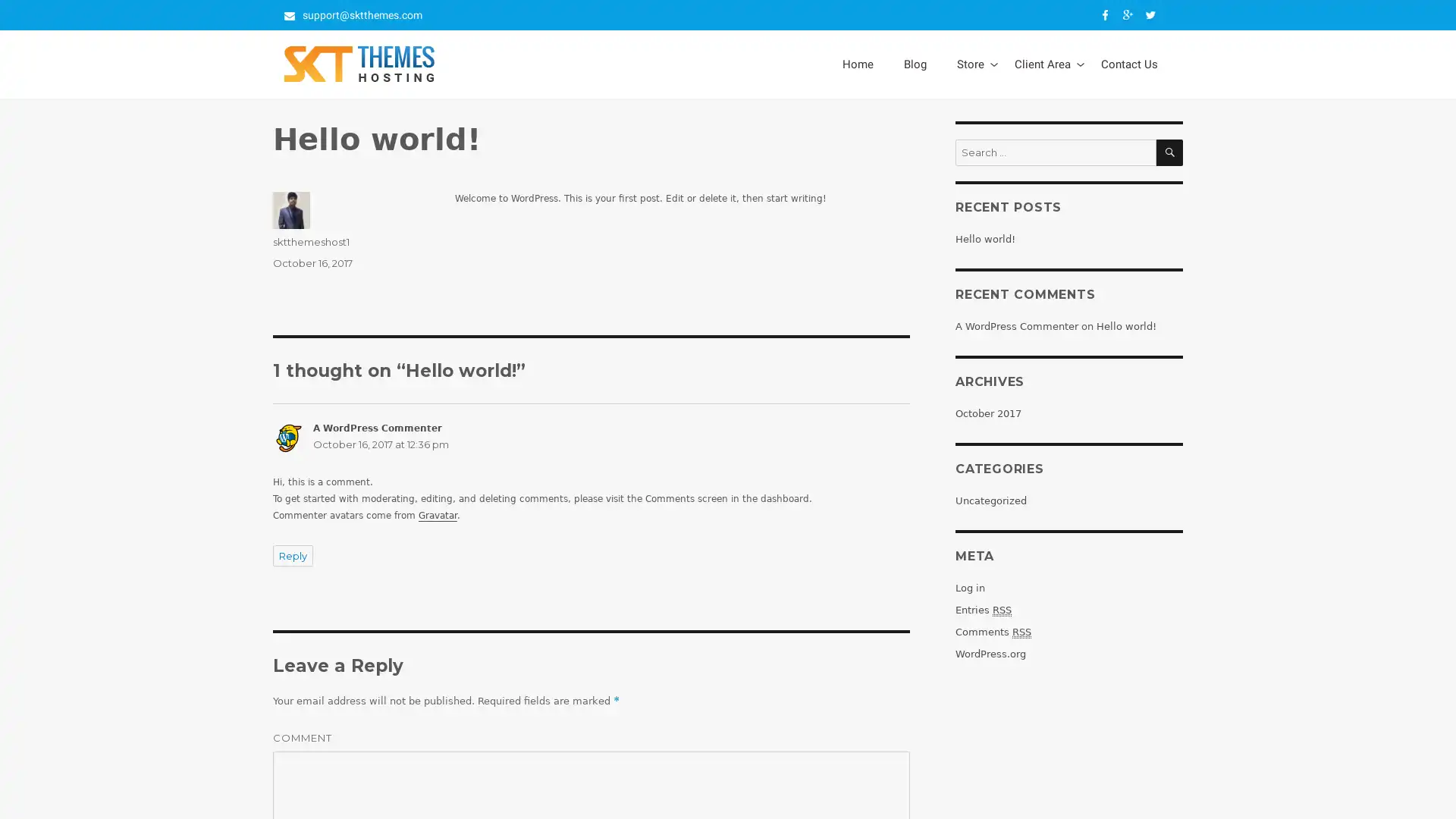 The image size is (1456, 819). I want to click on SEARCH, so click(1169, 152).